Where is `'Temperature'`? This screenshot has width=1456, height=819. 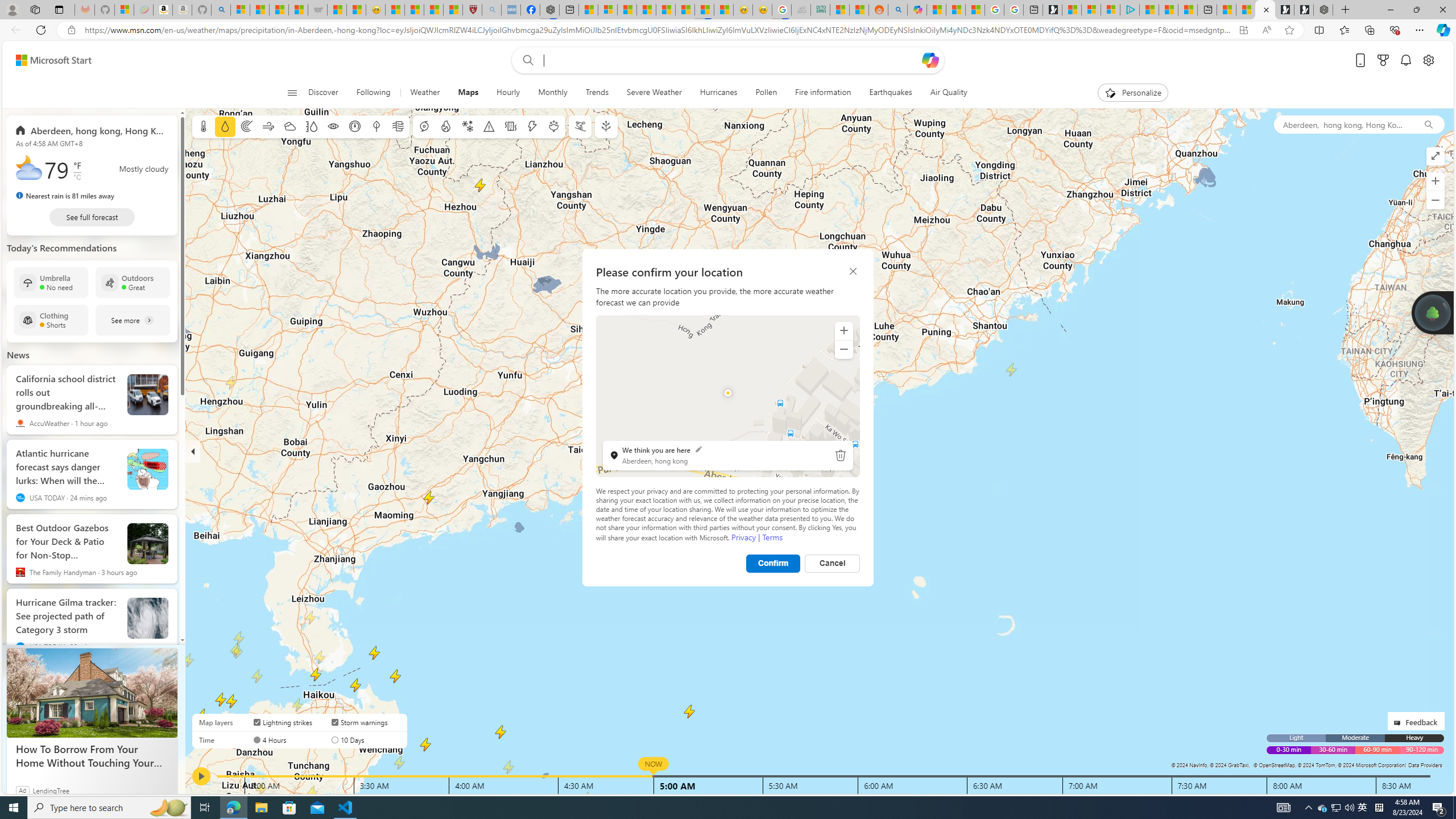
'Temperature' is located at coordinates (204, 126).